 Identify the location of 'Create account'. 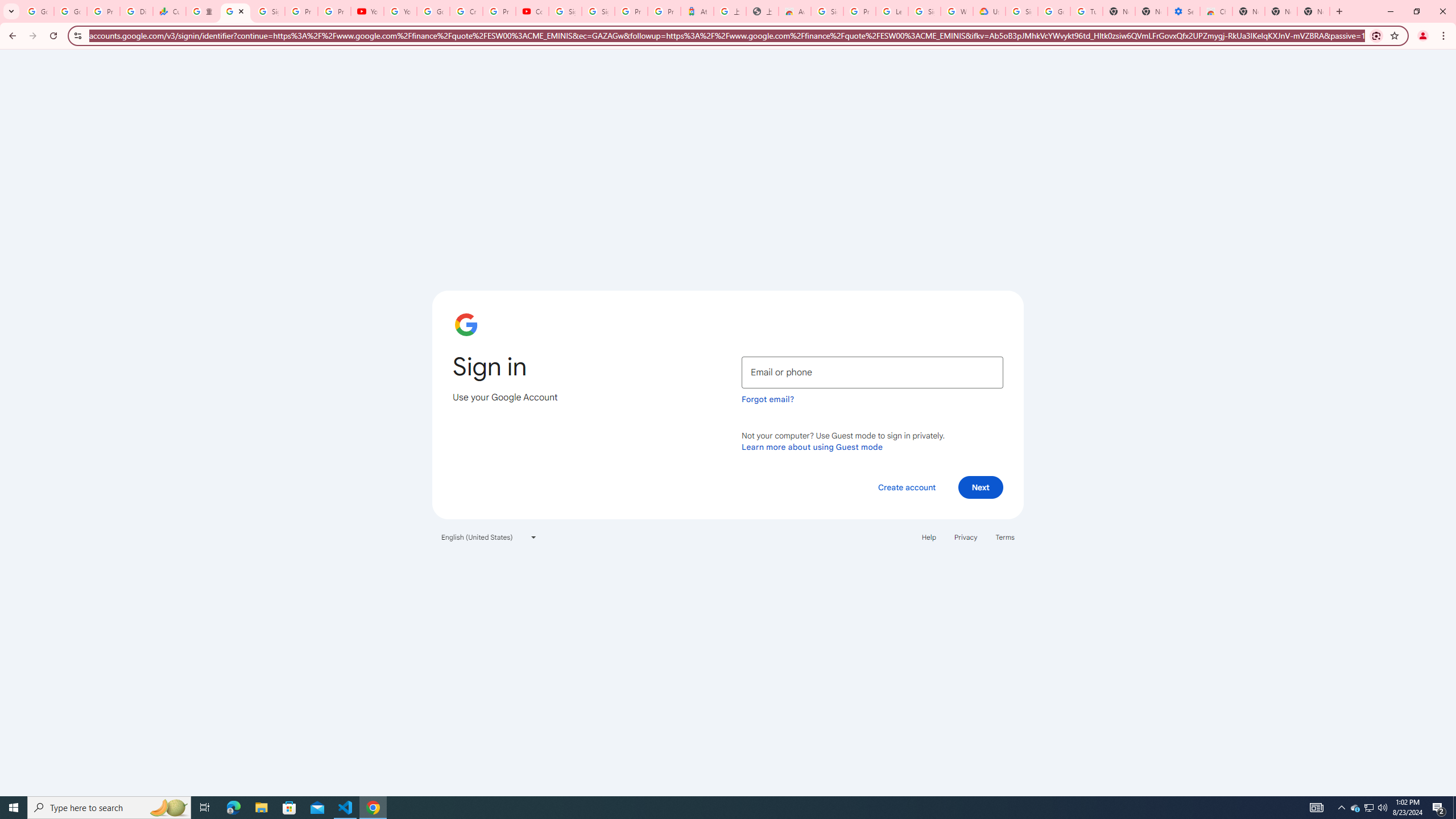
(906, 486).